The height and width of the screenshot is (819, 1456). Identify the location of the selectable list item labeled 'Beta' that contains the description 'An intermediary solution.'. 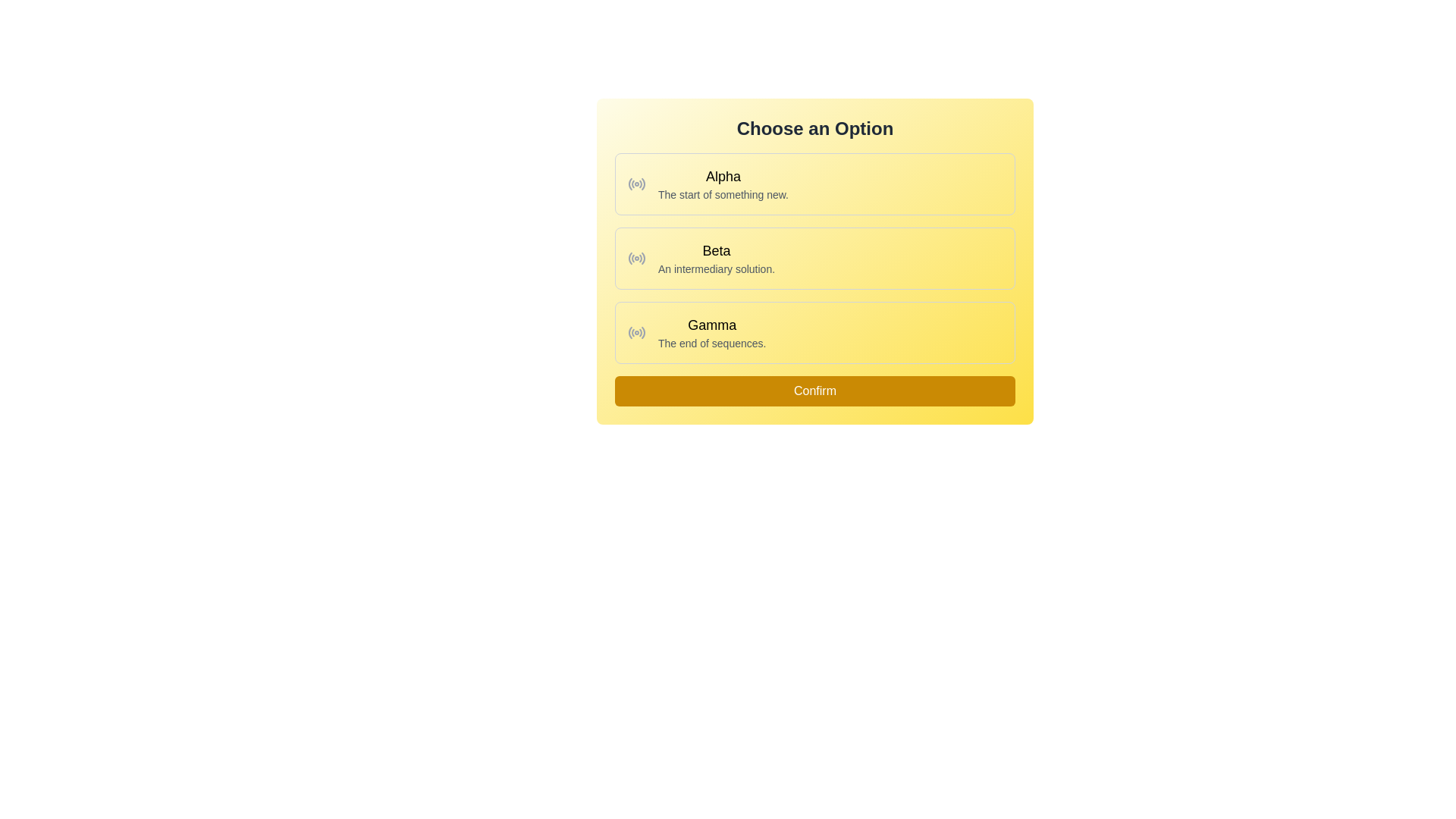
(814, 257).